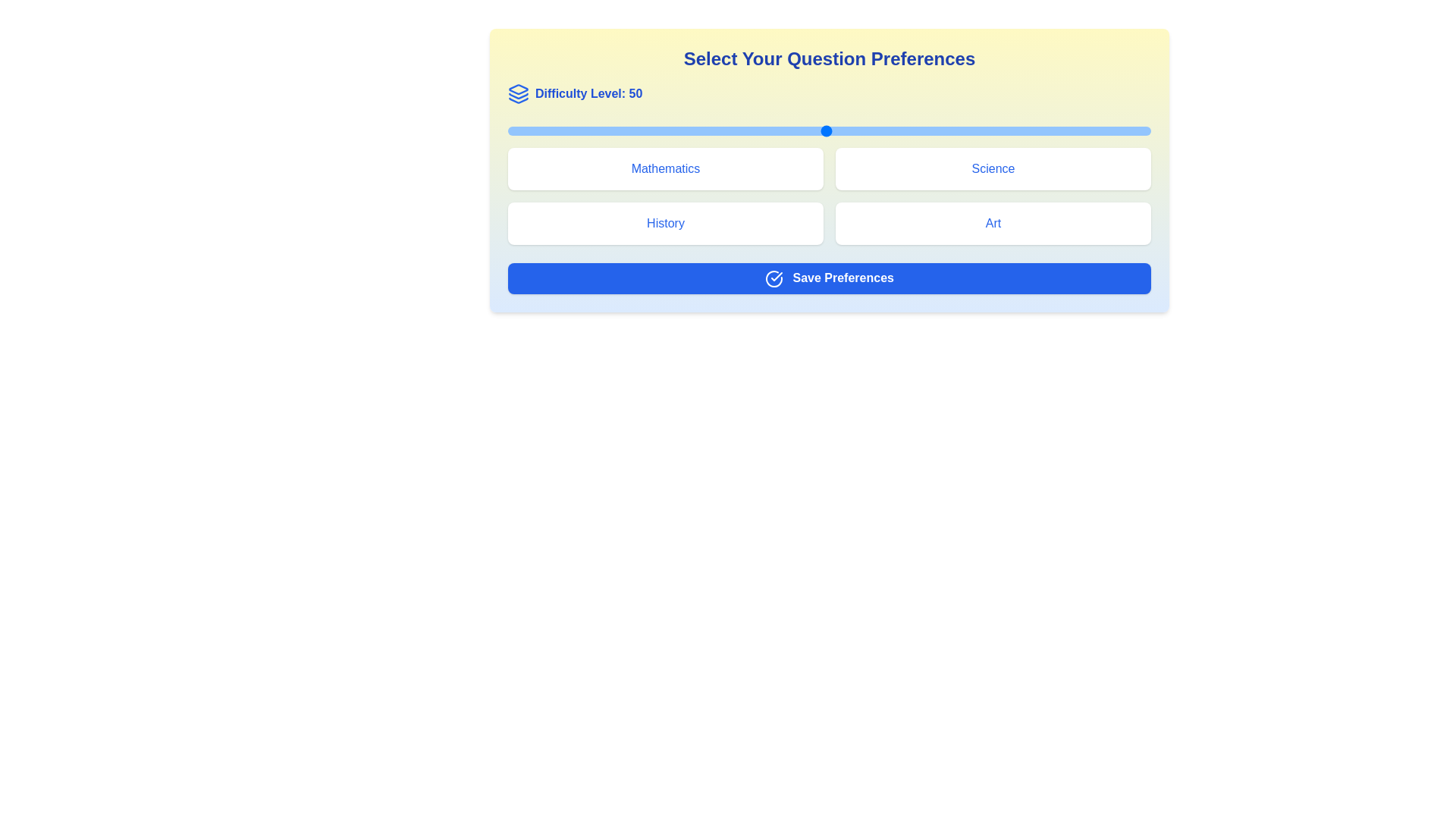 The width and height of the screenshot is (1456, 819). What do you see at coordinates (666, 223) in the screenshot?
I see `the category History to select it` at bounding box center [666, 223].